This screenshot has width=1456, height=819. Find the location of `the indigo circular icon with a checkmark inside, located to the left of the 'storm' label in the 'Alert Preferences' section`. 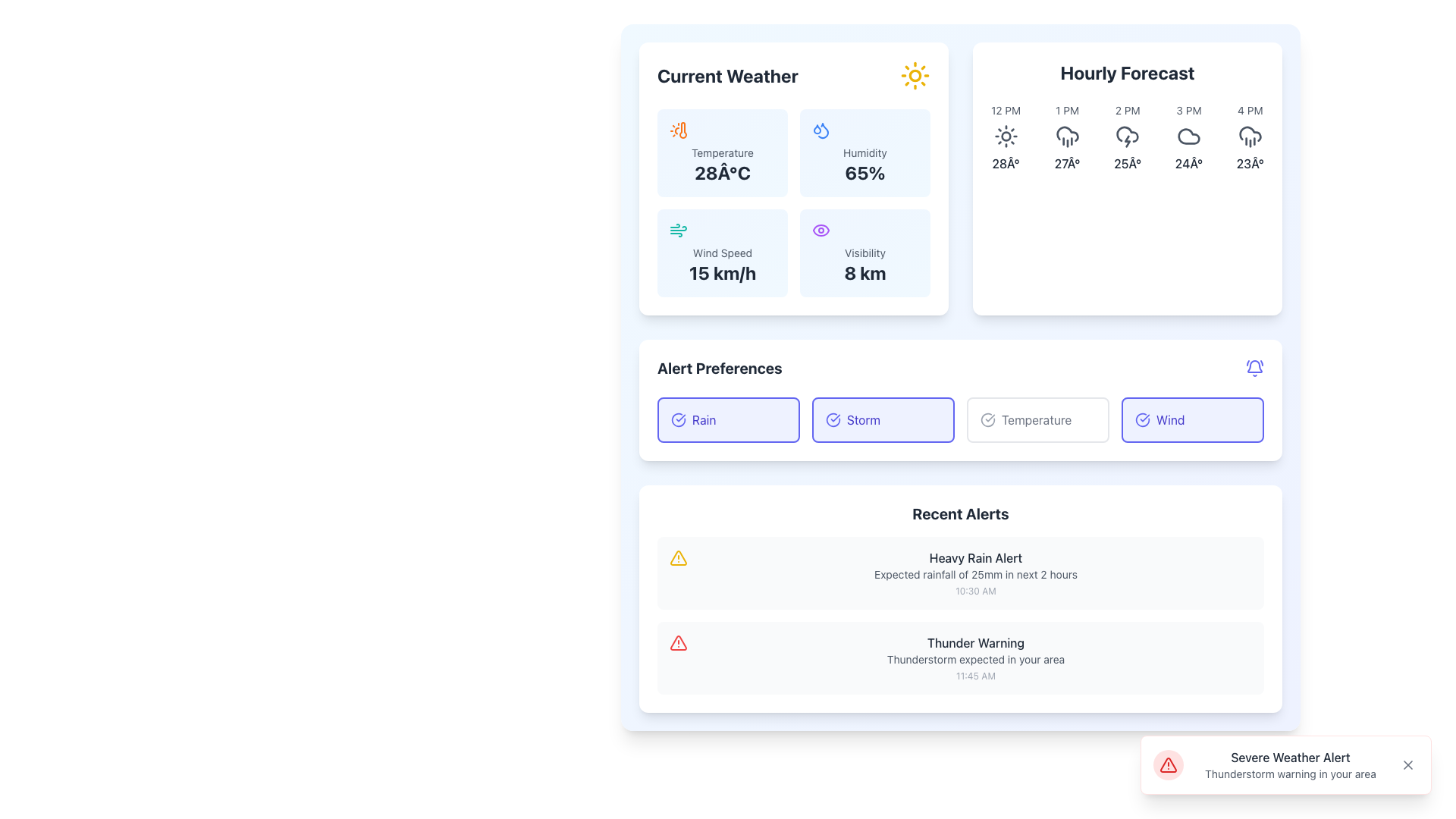

the indigo circular icon with a checkmark inside, located to the left of the 'storm' label in the 'Alert Preferences' section is located at coordinates (833, 420).